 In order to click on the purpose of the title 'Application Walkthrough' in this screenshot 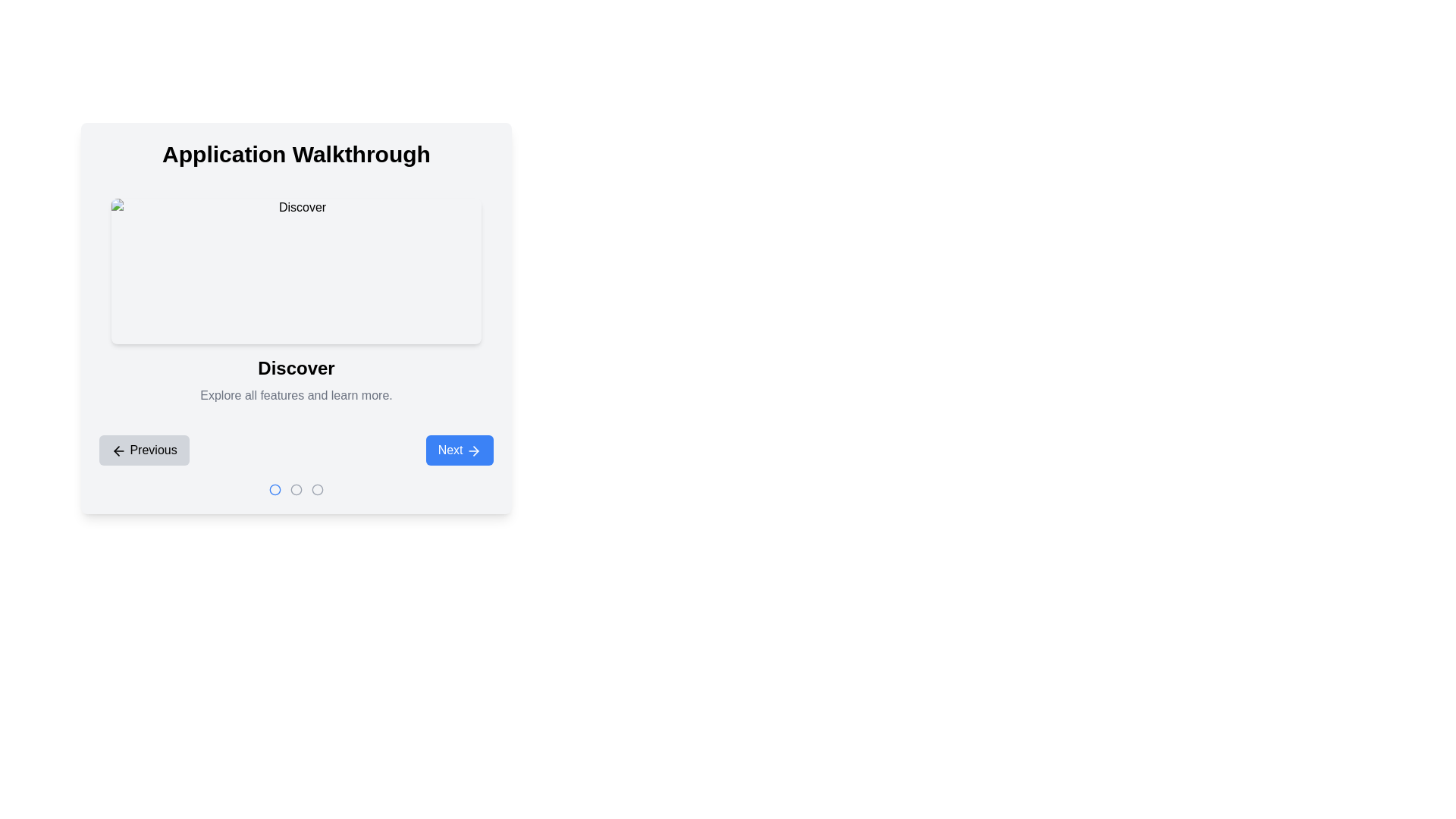, I will do `click(296, 155)`.